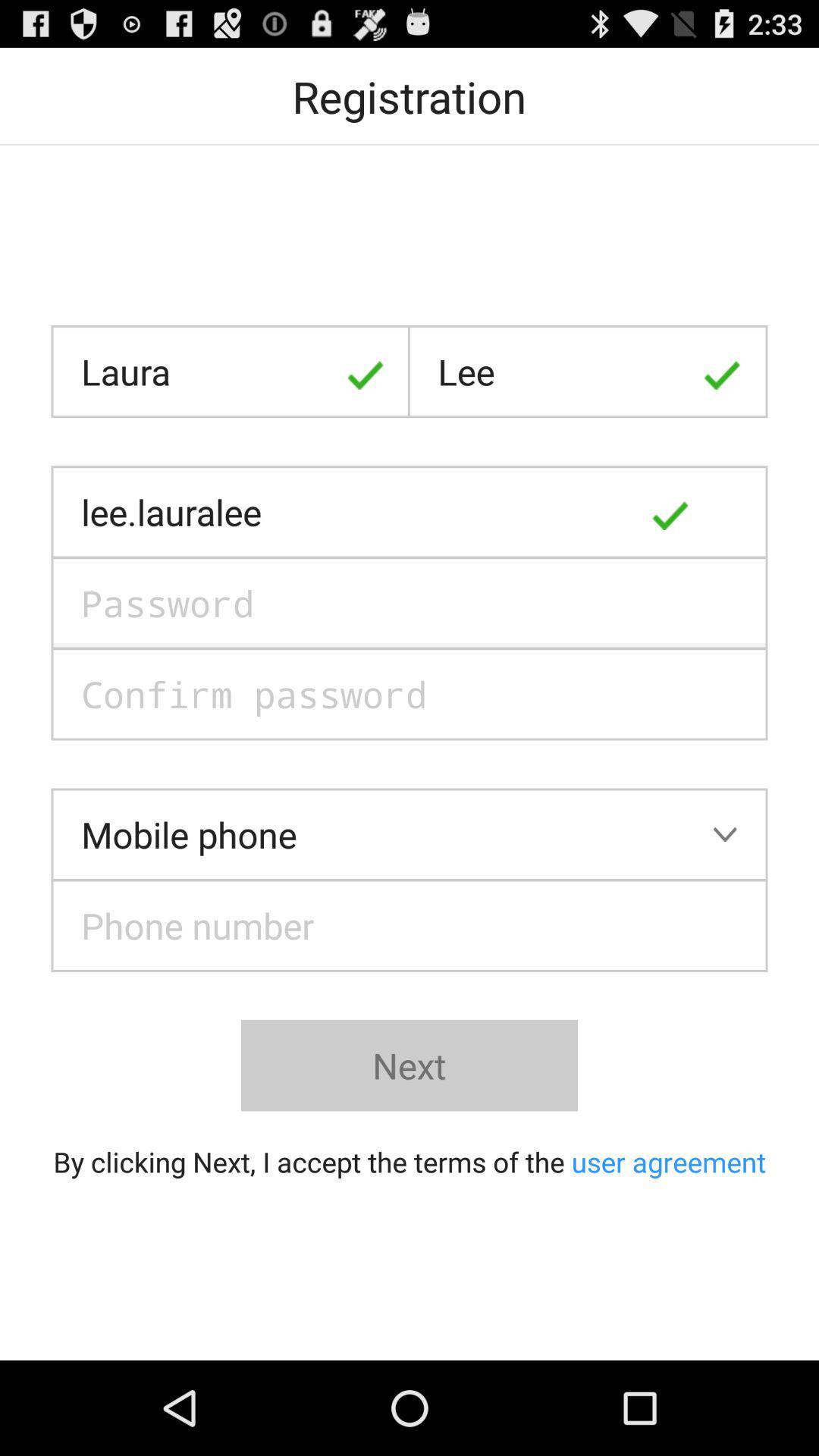 This screenshot has height=1456, width=819. I want to click on the password, so click(409, 602).